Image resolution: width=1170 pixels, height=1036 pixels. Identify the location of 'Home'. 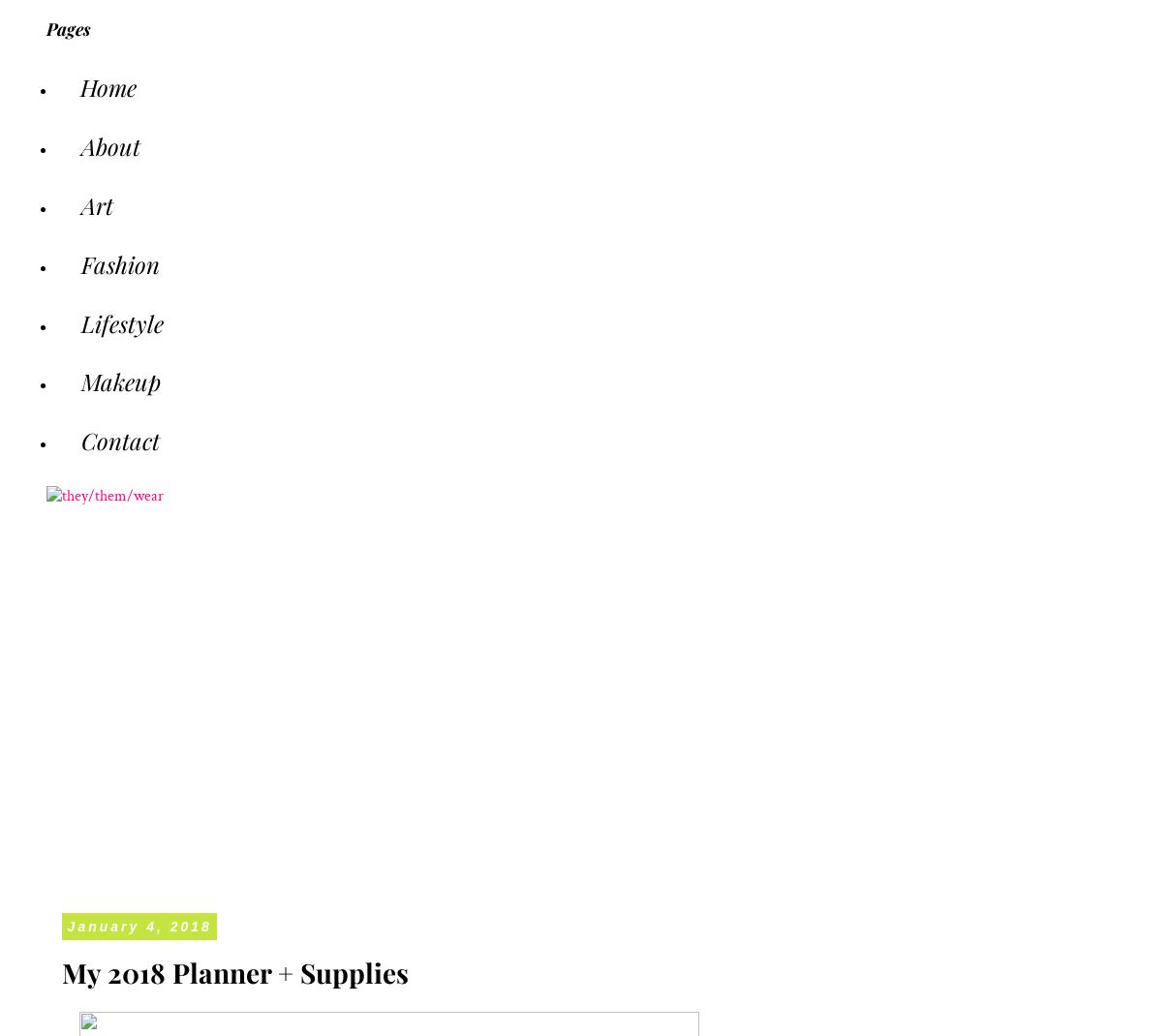
(78, 85).